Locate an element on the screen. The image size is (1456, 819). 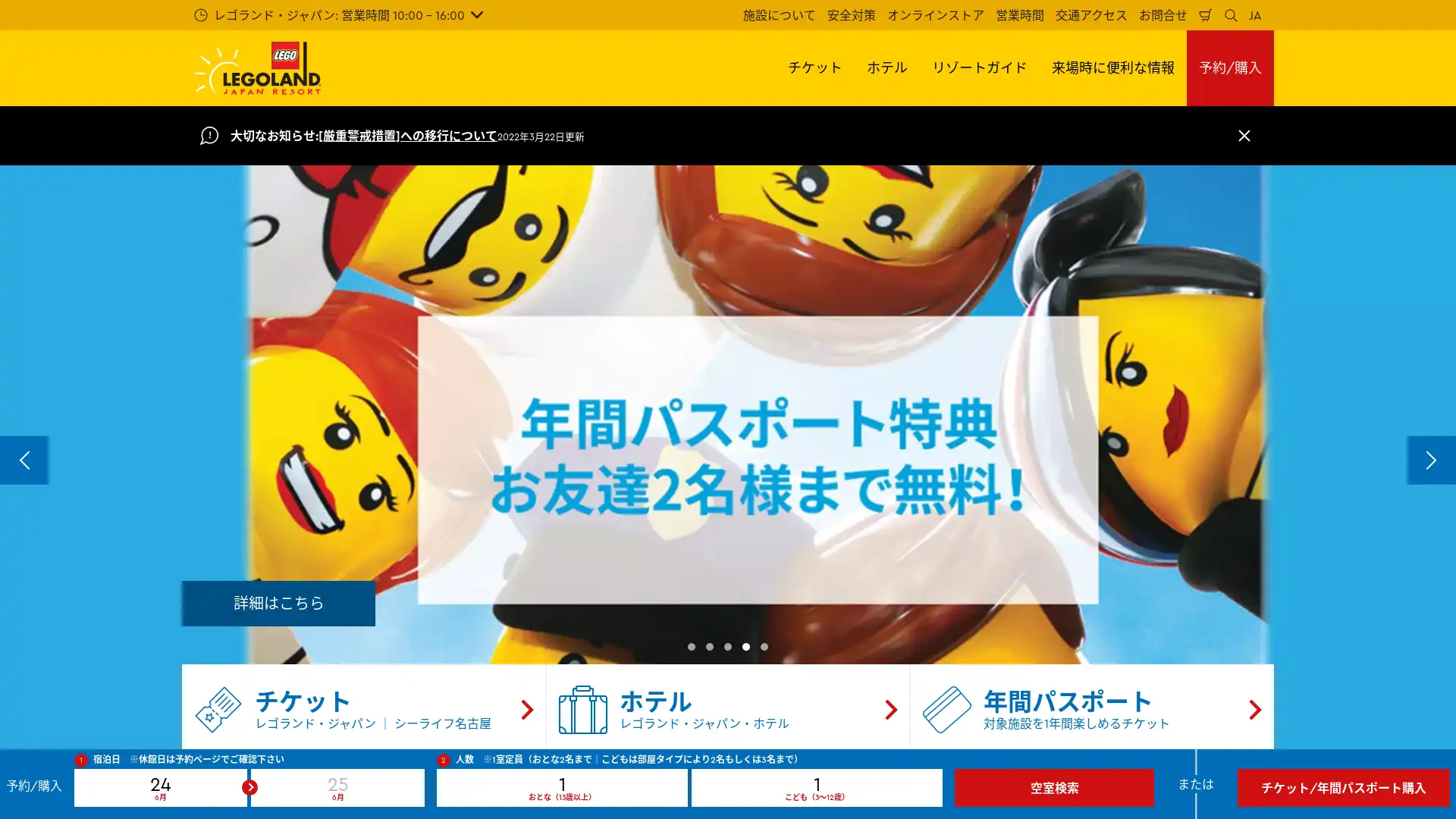
Go to slide 2 is located at coordinates (709, 646).